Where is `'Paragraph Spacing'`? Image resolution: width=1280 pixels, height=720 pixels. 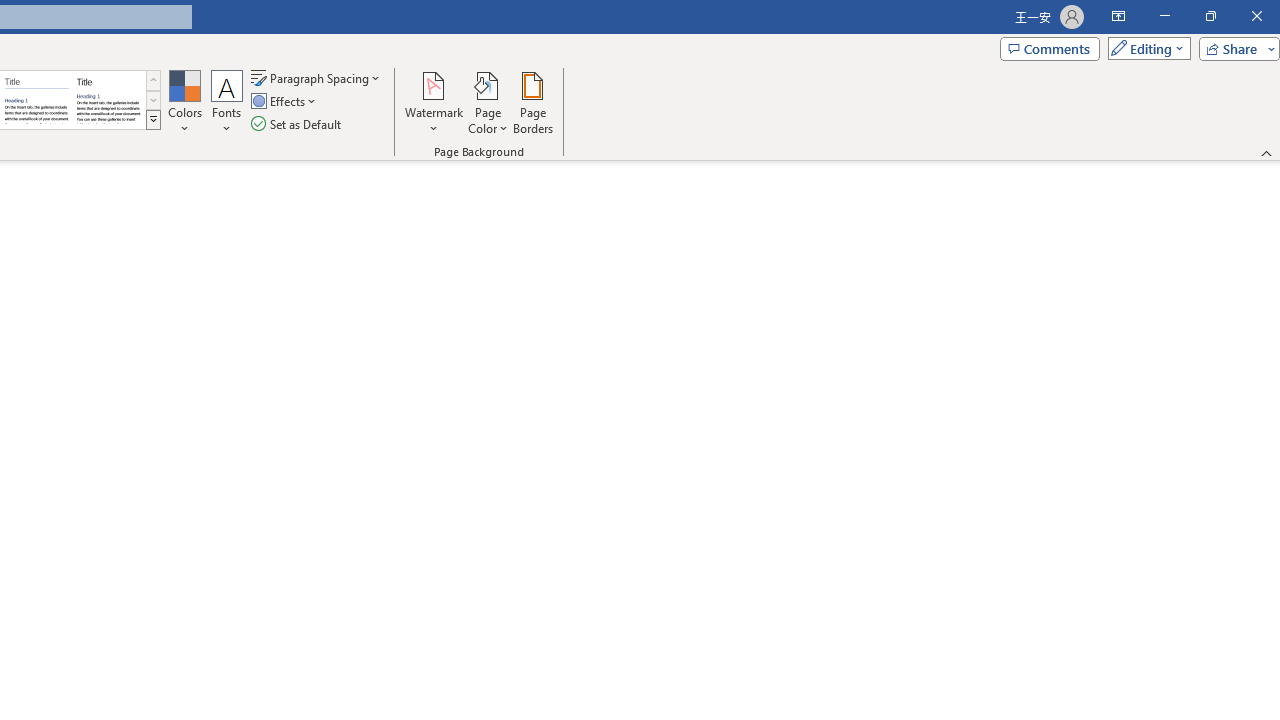
'Paragraph Spacing' is located at coordinates (316, 77).